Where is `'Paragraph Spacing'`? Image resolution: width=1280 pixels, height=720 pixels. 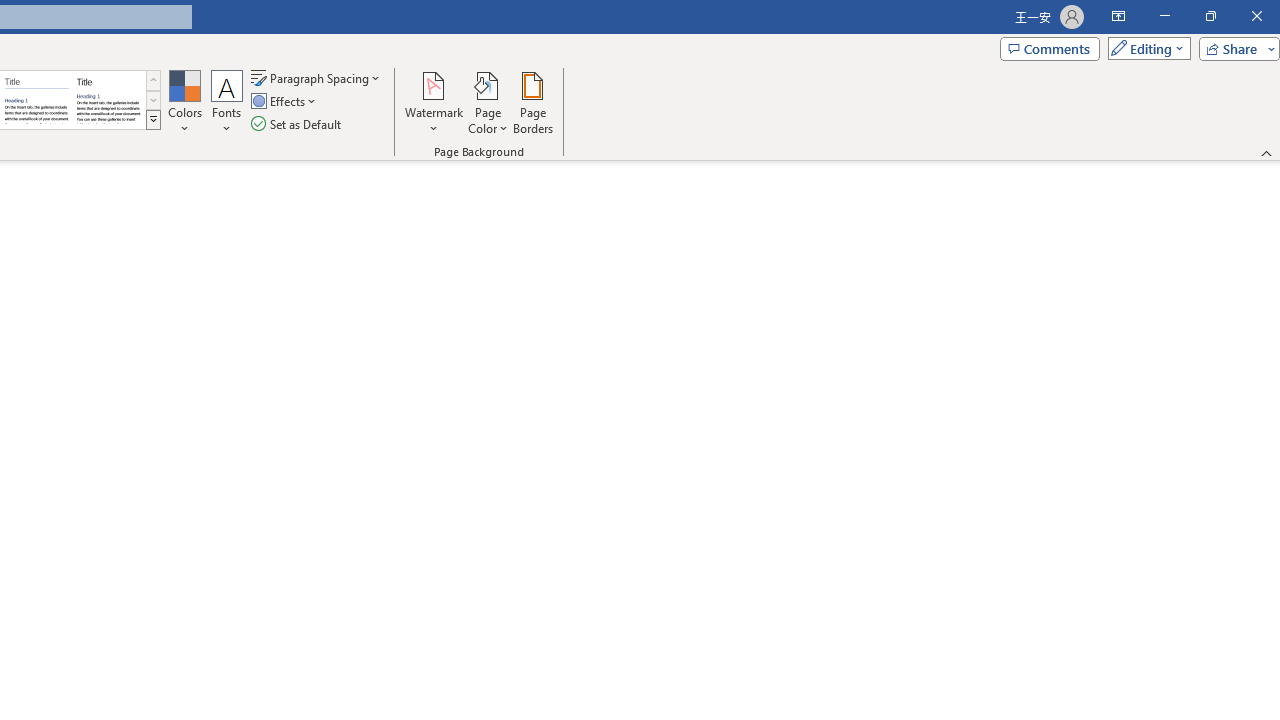
'Paragraph Spacing' is located at coordinates (316, 77).